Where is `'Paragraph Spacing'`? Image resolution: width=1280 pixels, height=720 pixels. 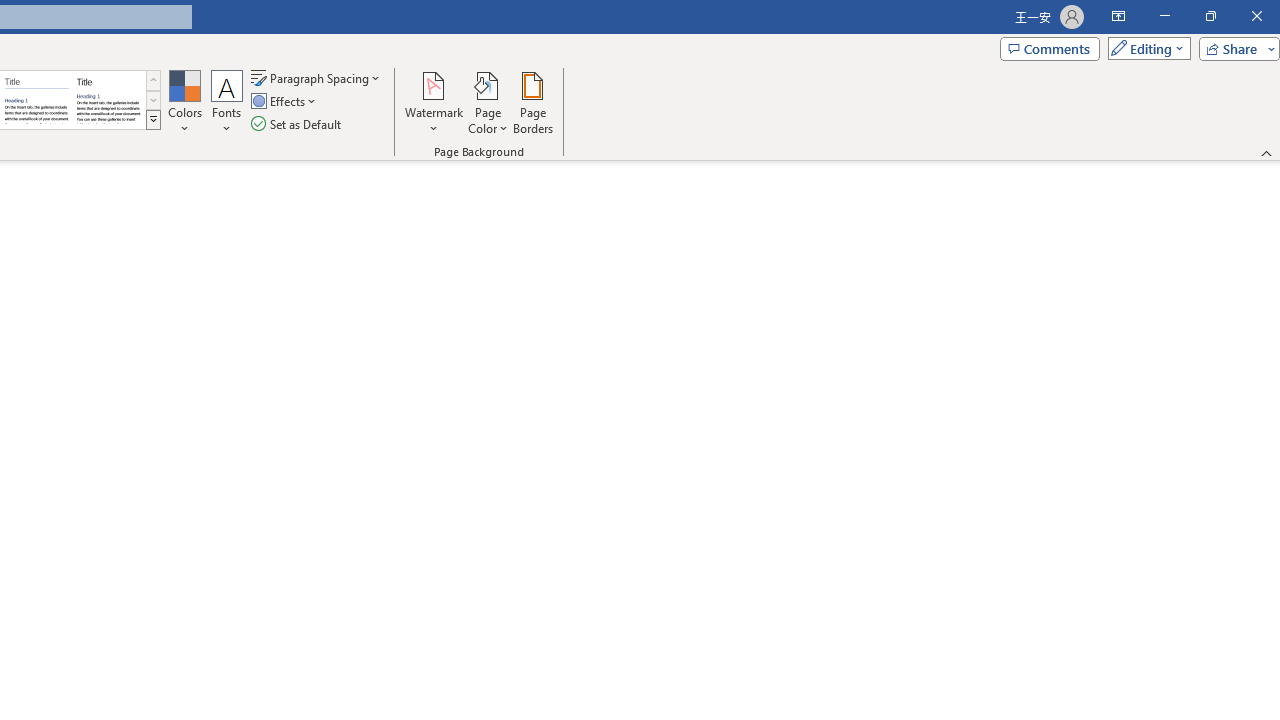
'Paragraph Spacing' is located at coordinates (316, 77).